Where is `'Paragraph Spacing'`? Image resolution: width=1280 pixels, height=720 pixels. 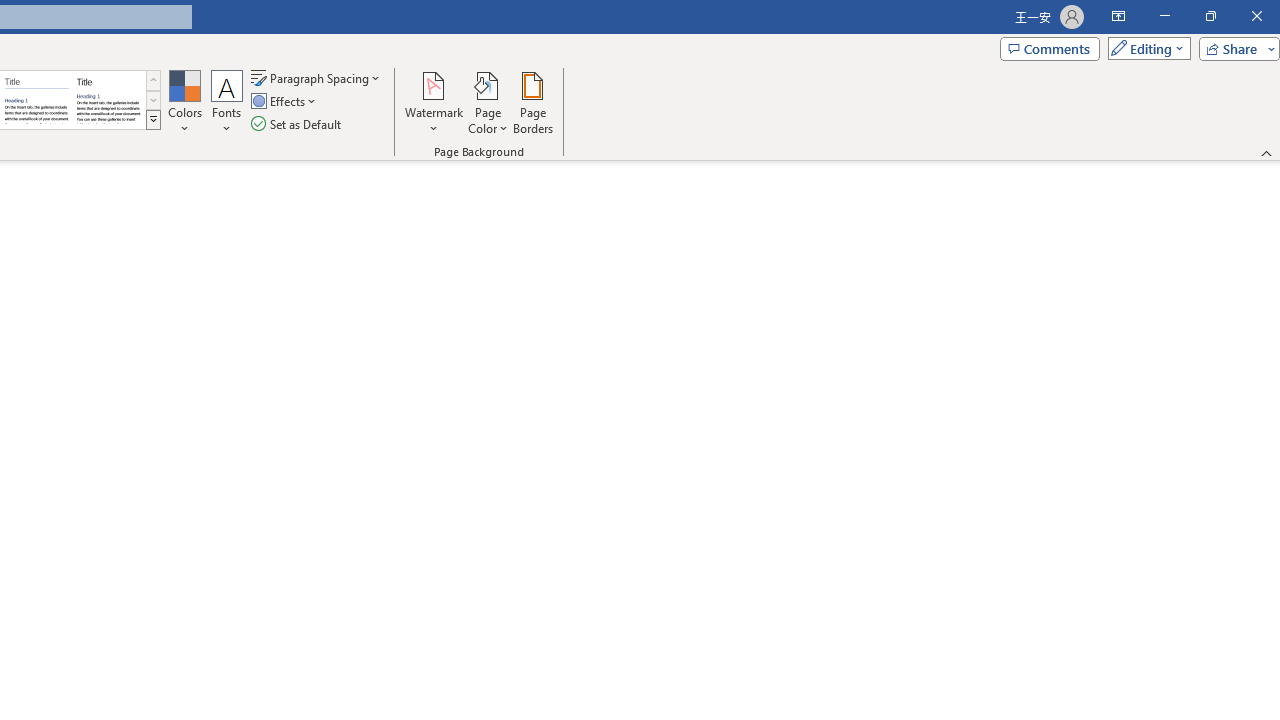
'Paragraph Spacing' is located at coordinates (316, 77).